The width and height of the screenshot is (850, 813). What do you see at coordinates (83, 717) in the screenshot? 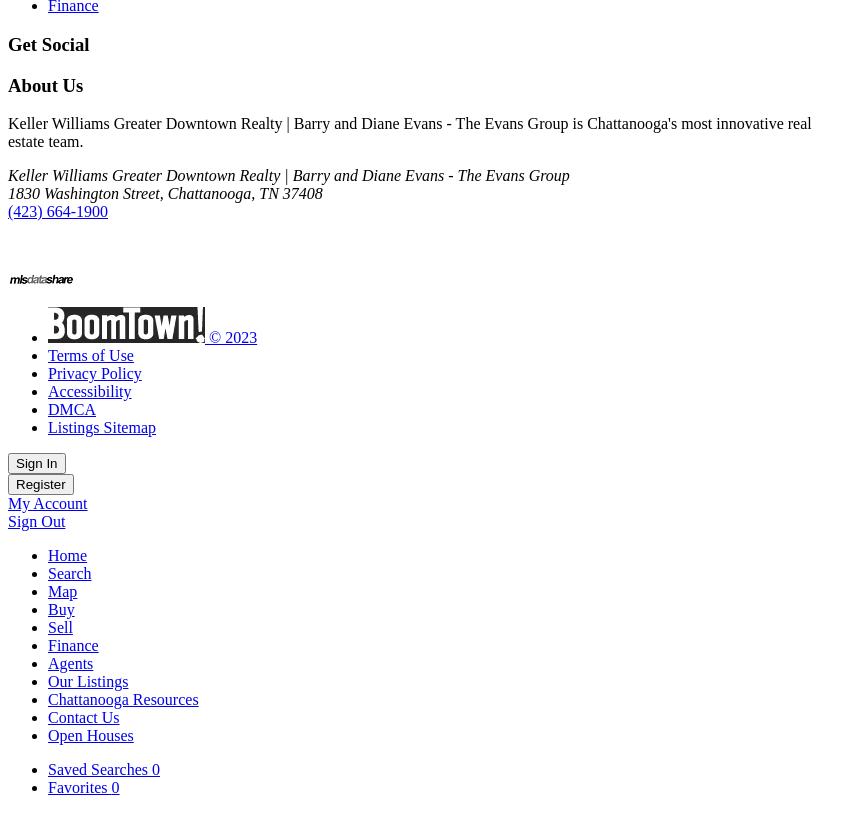
I see `'Contact Us'` at bounding box center [83, 717].